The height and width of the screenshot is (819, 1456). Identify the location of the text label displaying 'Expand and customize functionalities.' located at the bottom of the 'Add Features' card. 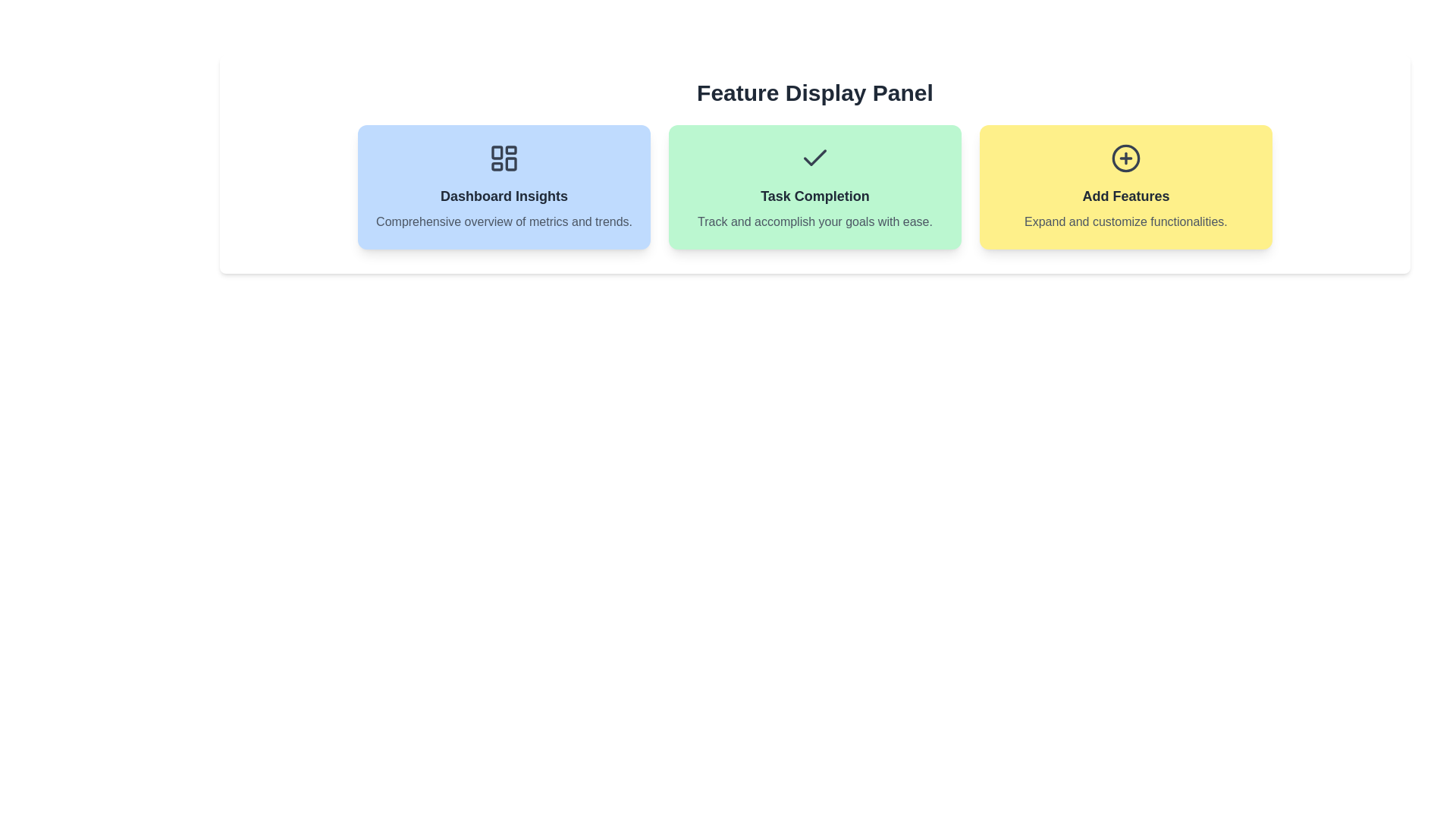
(1125, 222).